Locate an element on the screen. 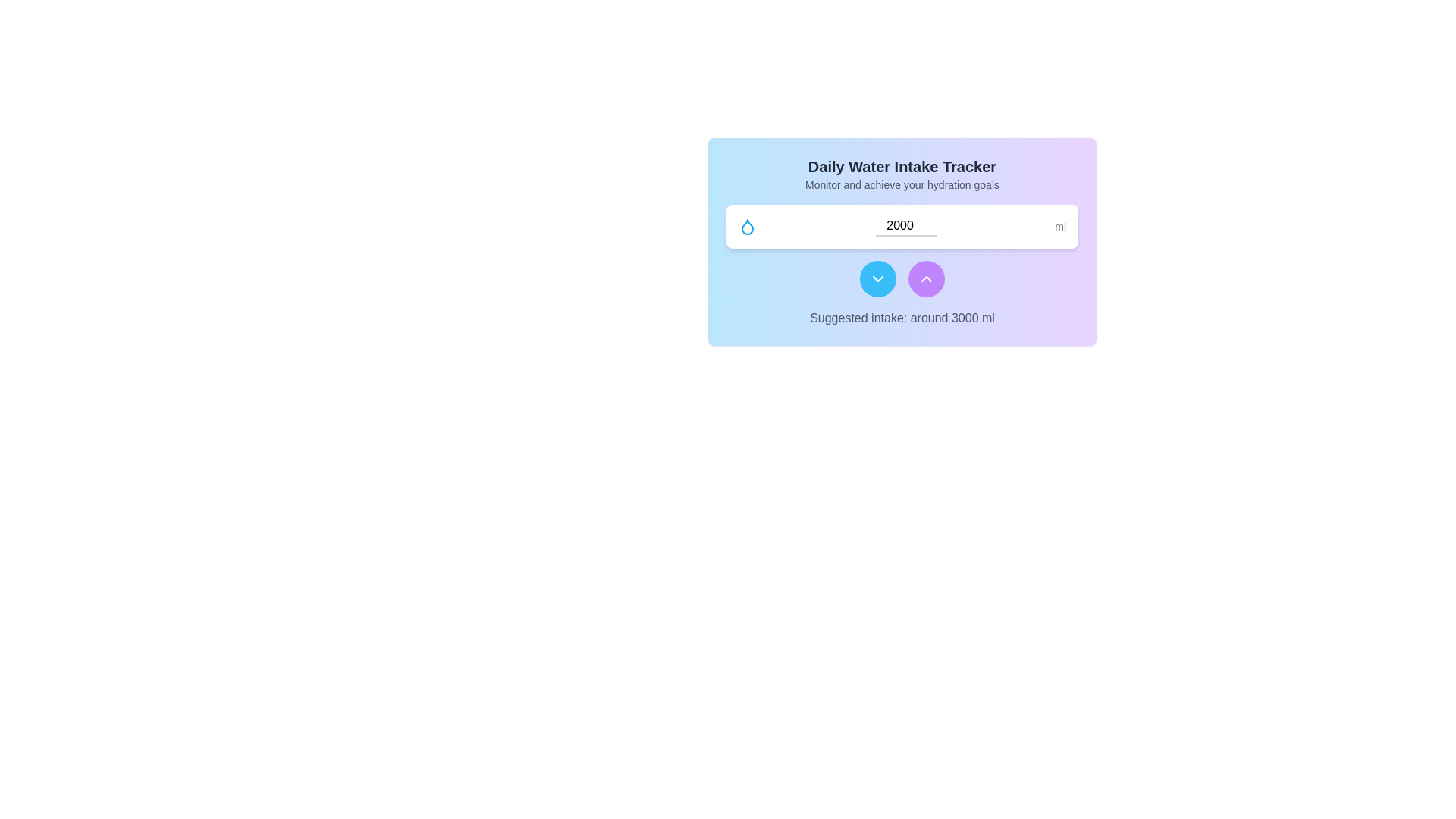  the static text label providing supplementary information beneath the 'Daily Water Intake Tracker' heading is located at coordinates (902, 184).